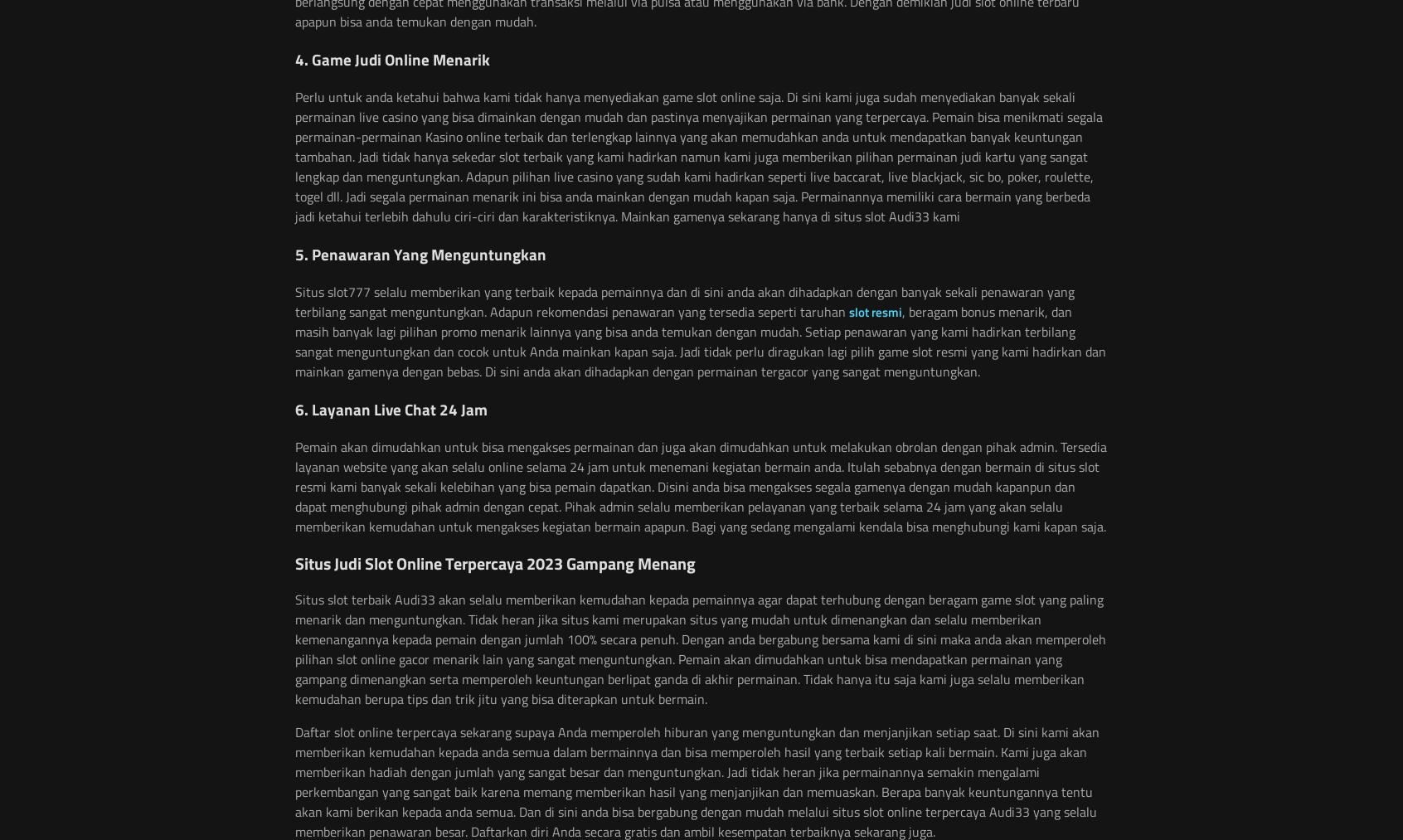  What do you see at coordinates (294, 254) in the screenshot?
I see `'5. Penawaran Yang Menguntungkan'` at bounding box center [294, 254].